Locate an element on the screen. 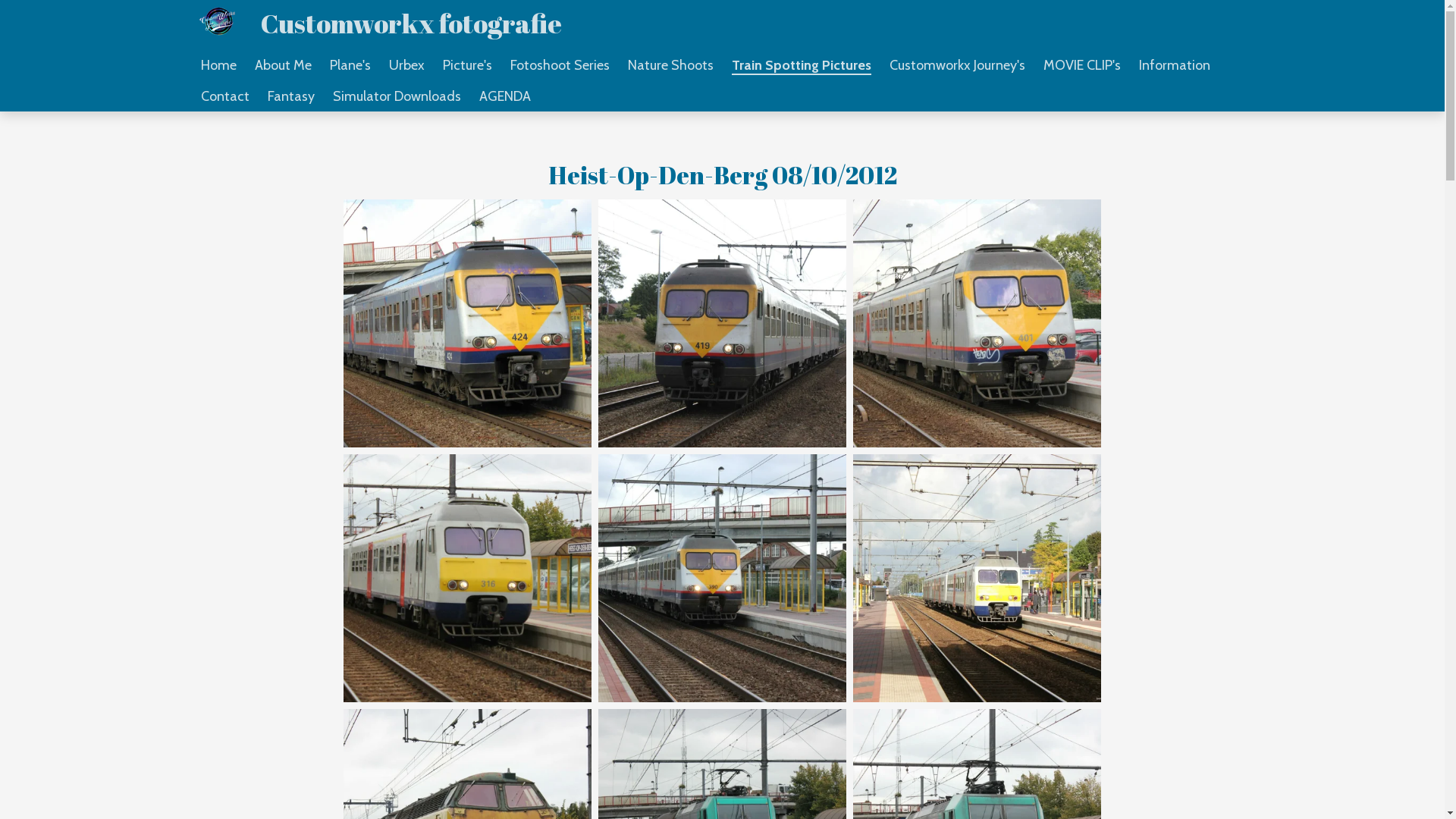 The image size is (1456, 819). 'Customworkx Journey's' is located at coordinates (955, 64).